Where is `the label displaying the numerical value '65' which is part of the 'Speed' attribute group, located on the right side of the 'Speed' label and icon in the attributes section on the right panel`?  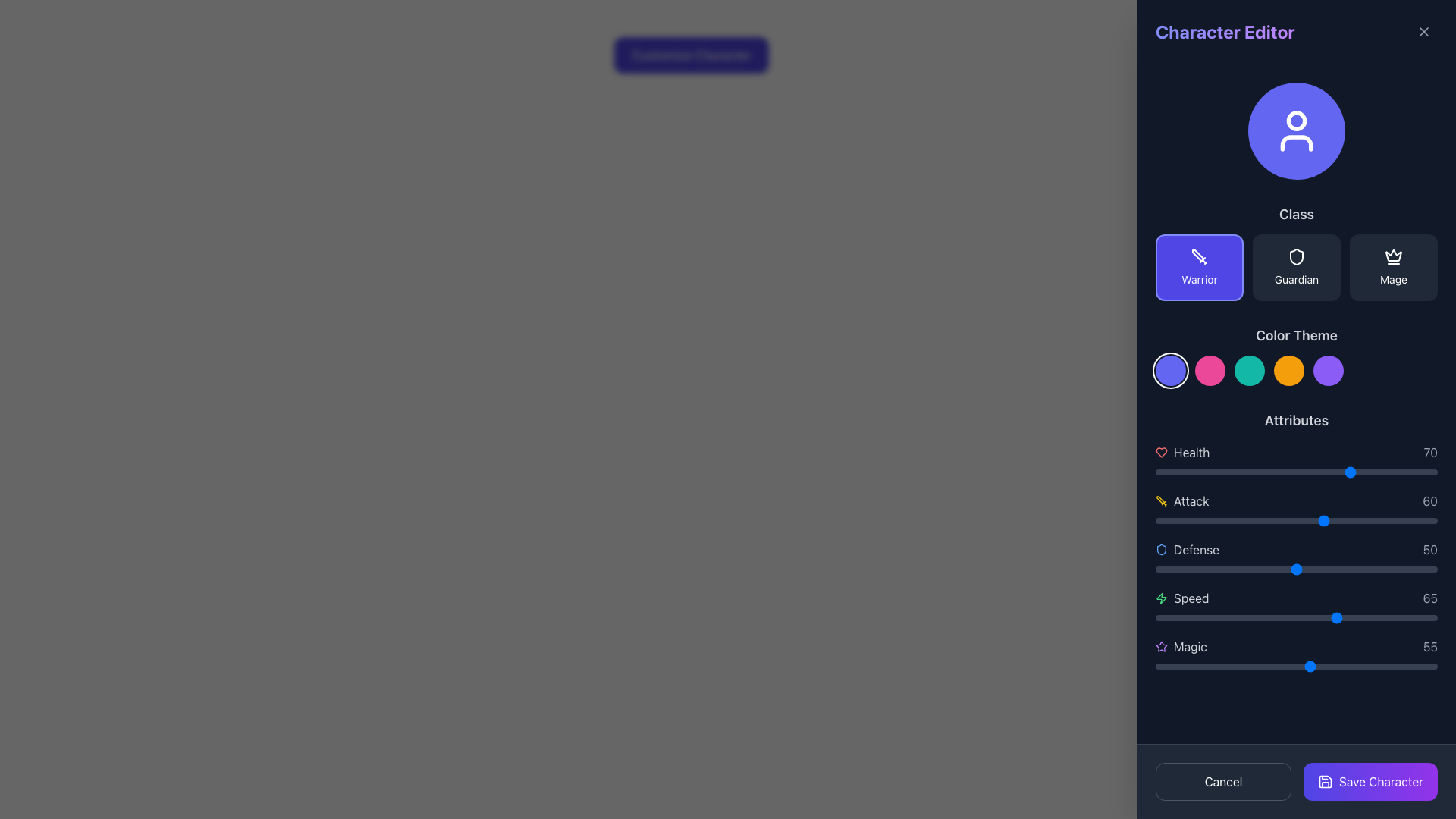 the label displaying the numerical value '65' which is part of the 'Speed' attribute group, located on the right side of the 'Speed' label and icon in the attributes section on the right panel is located at coordinates (1429, 598).